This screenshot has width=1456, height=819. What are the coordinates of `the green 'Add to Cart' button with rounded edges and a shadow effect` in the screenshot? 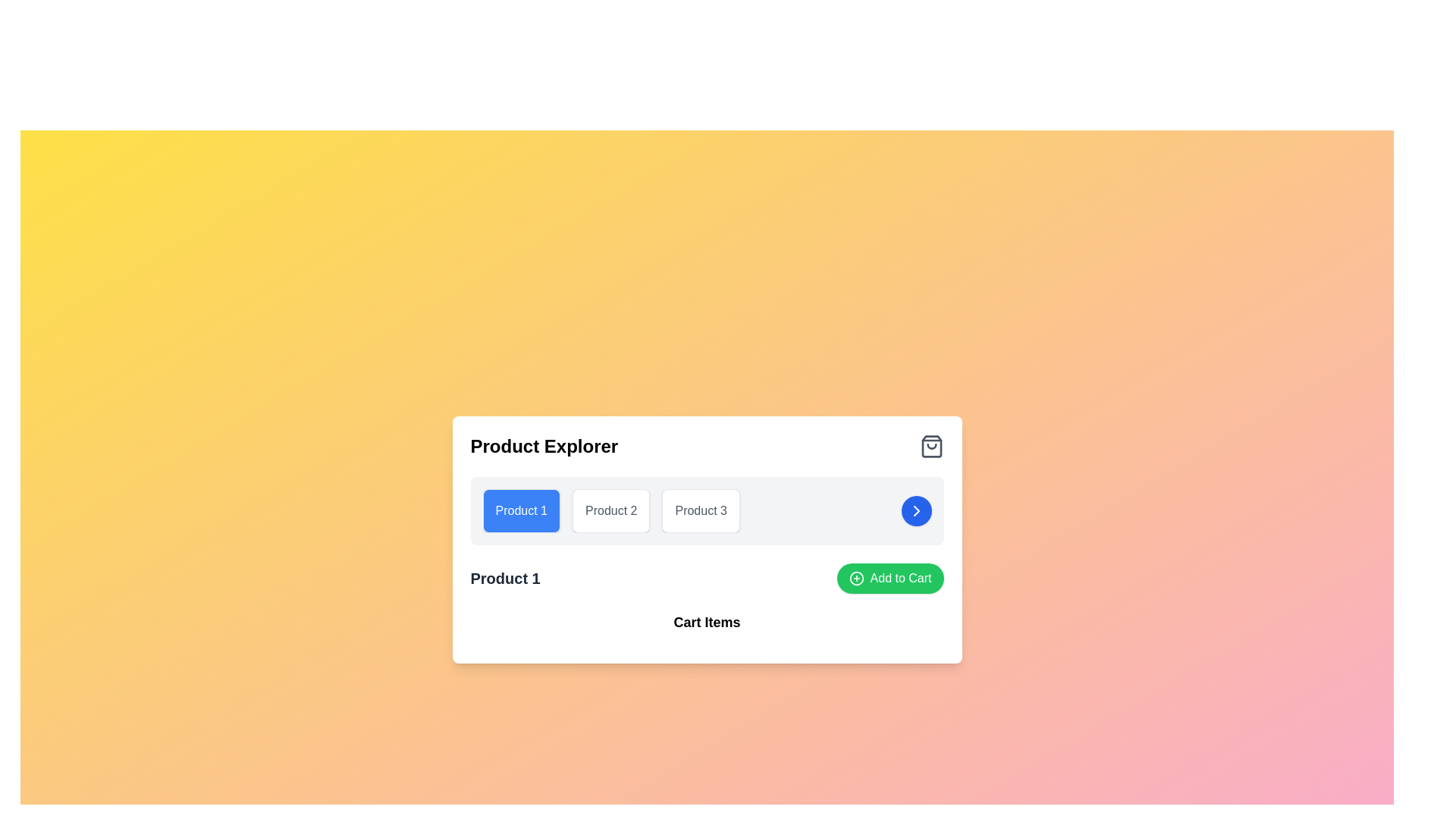 It's located at (890, 579).